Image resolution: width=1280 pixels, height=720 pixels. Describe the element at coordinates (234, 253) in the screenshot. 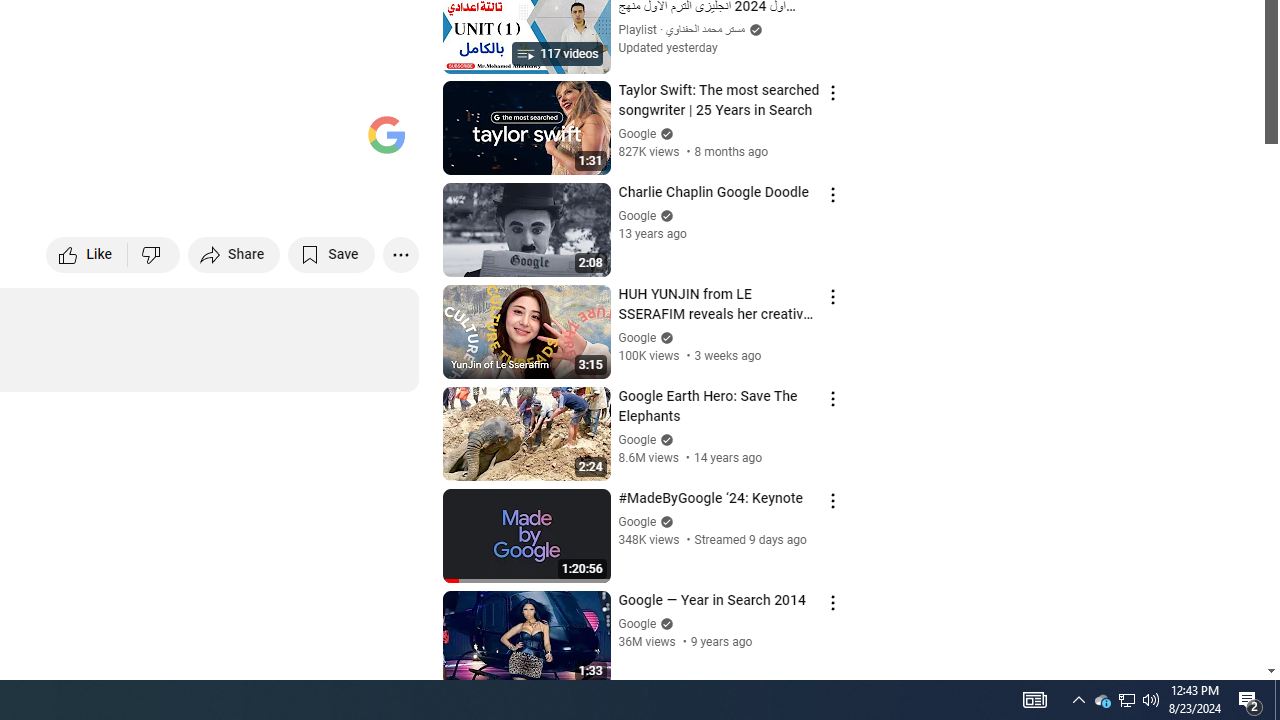

I see `'Share'` at that location.